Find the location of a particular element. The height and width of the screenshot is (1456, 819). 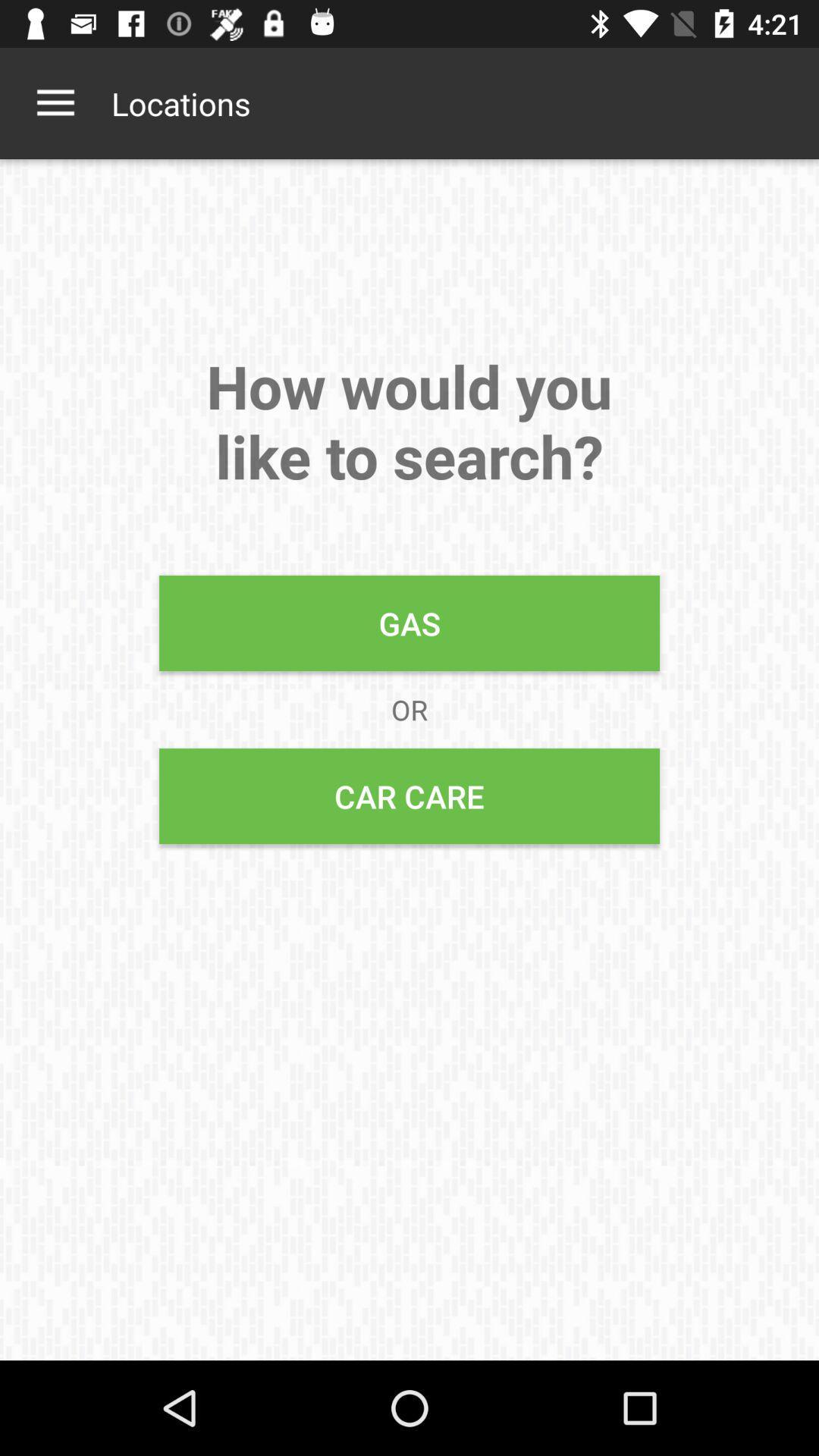

item above how would you item is located at coordinates (55, 102).